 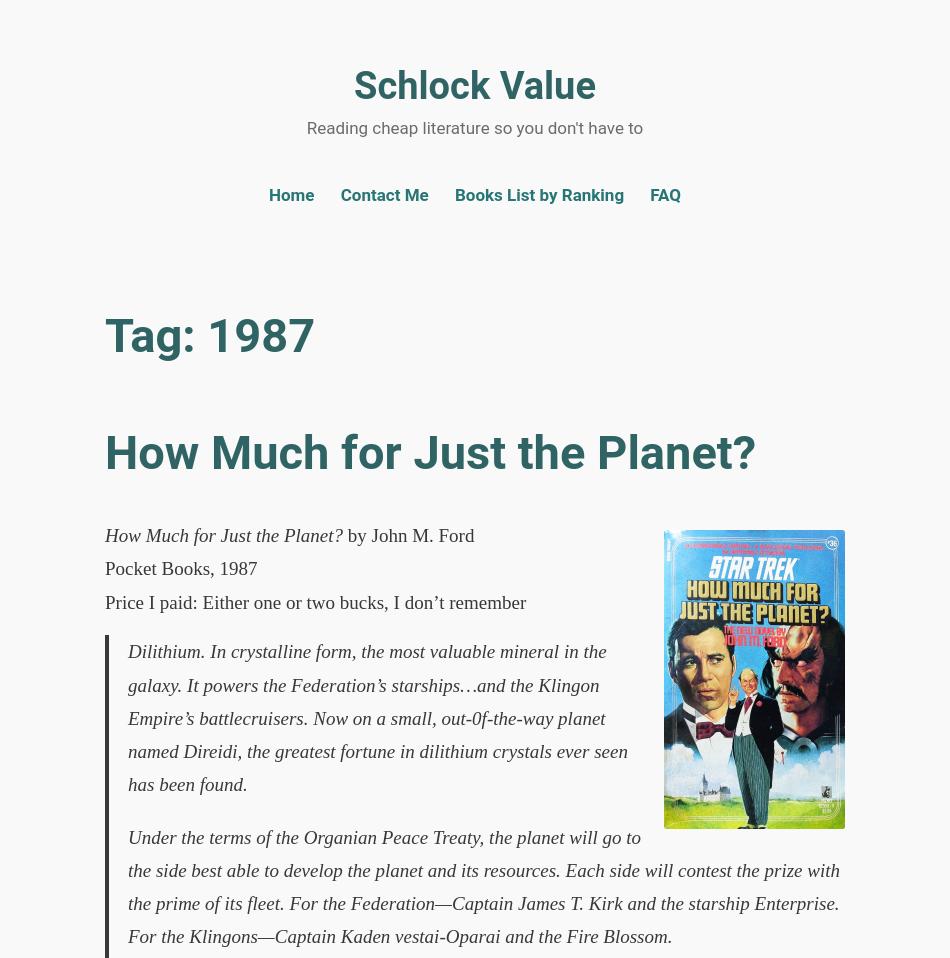 I want to click on 'Pocket Books, 1987', so click(x=180, y=568).